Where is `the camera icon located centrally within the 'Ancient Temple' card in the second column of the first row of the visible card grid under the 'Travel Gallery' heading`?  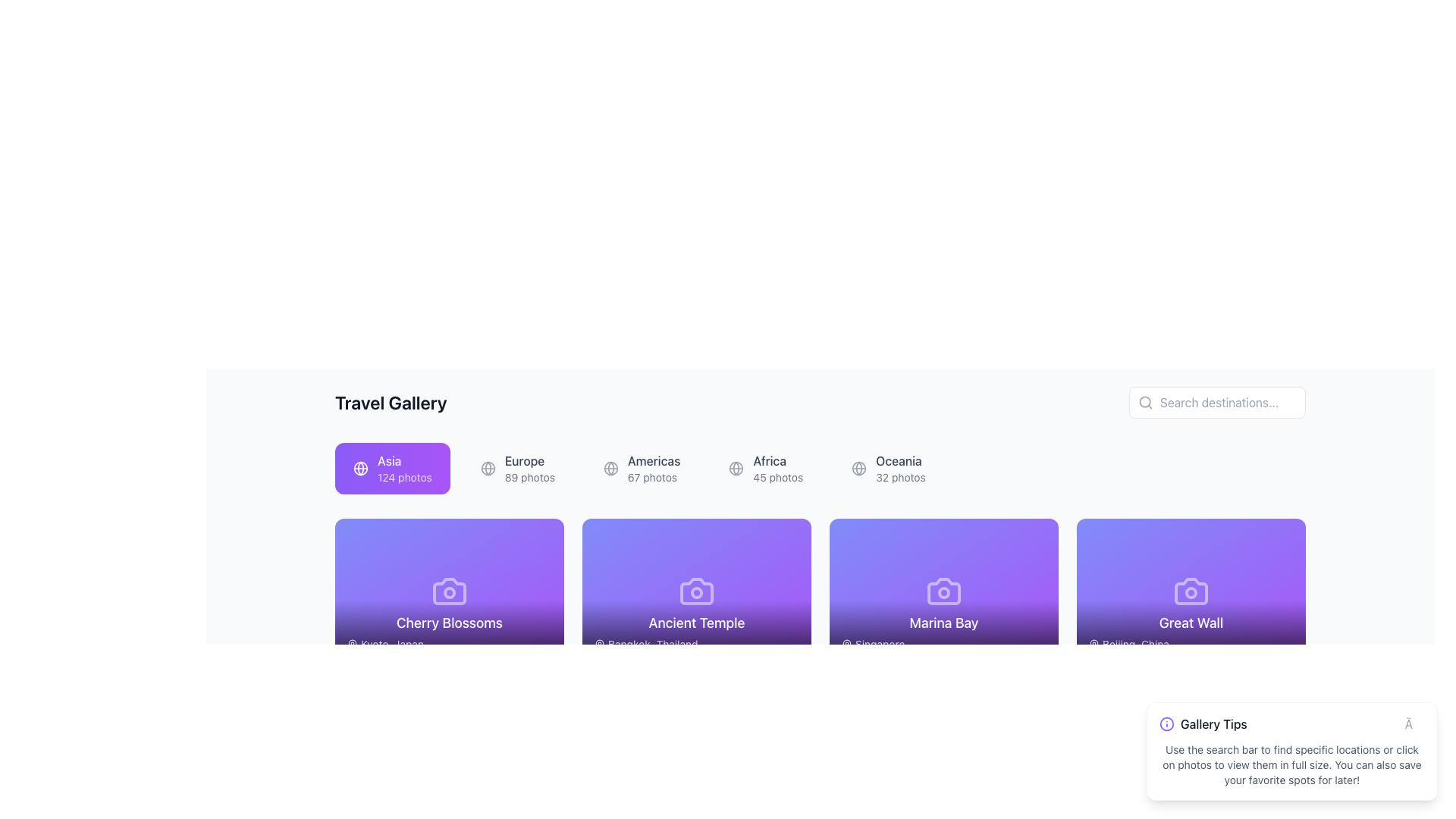
the camera icon located centrally within the 'Ancient Temple' card in the second column of the first row of the visible card grid under the 'Travel Gallery' heading is located at coordinates (695, 590).